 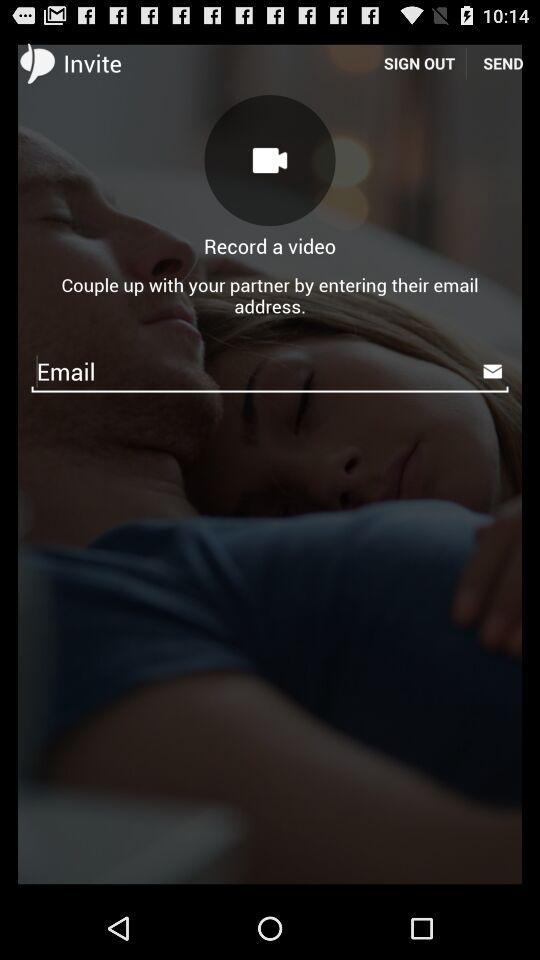 What do you see at coordinates (418, 62) in the screenshot?
I see `the icon to the left of the send icon` at bounding box center [418, 62].